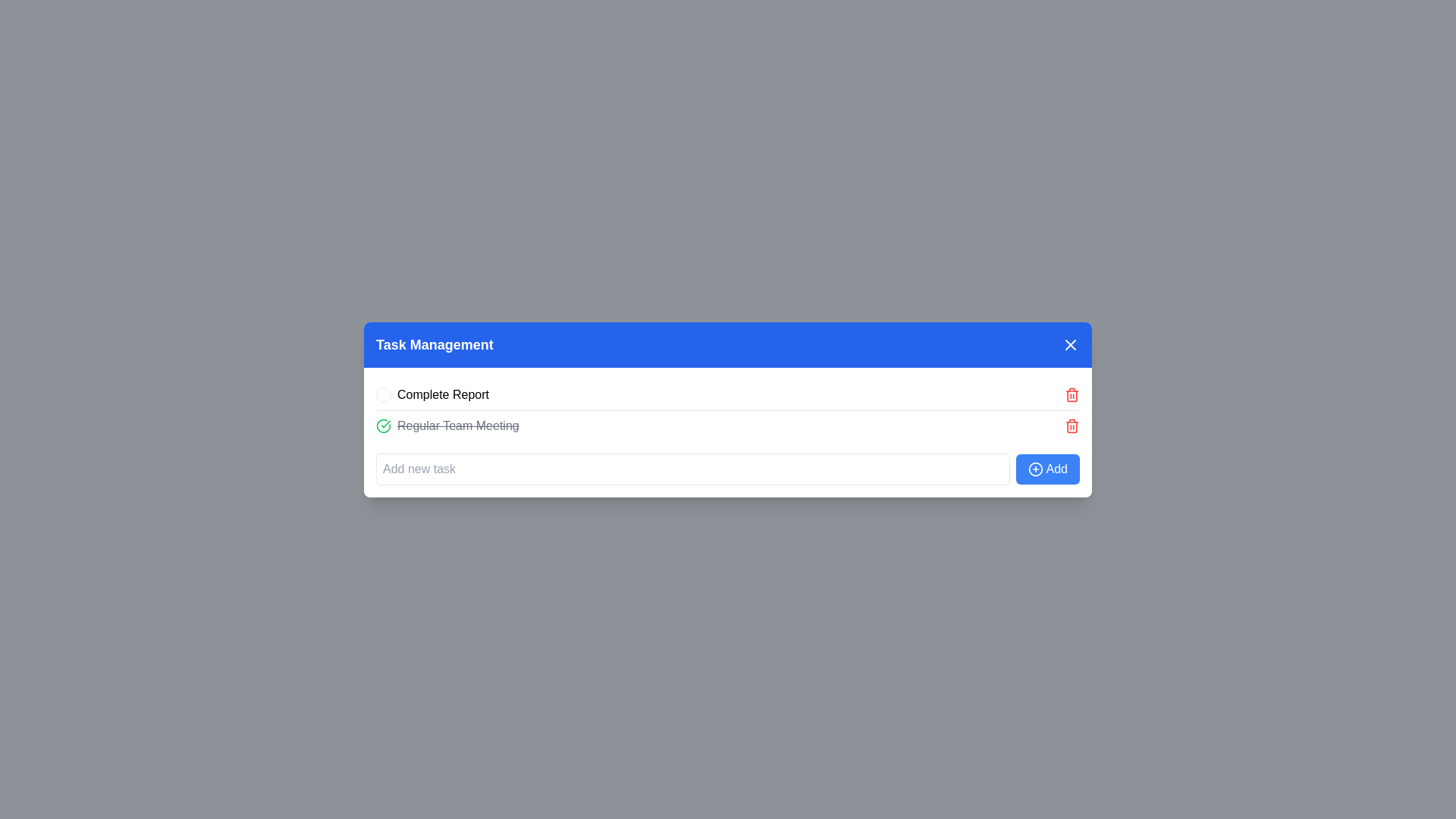 The width and height of the screenshot is (1456, 819). Describe the element at coordinates (1069, 344) in the screenshot. I see `the close button represented as an 'X' icon with a blue background and white foreground located in the top-right corner of the 'Task Management' modal's header` at that location.